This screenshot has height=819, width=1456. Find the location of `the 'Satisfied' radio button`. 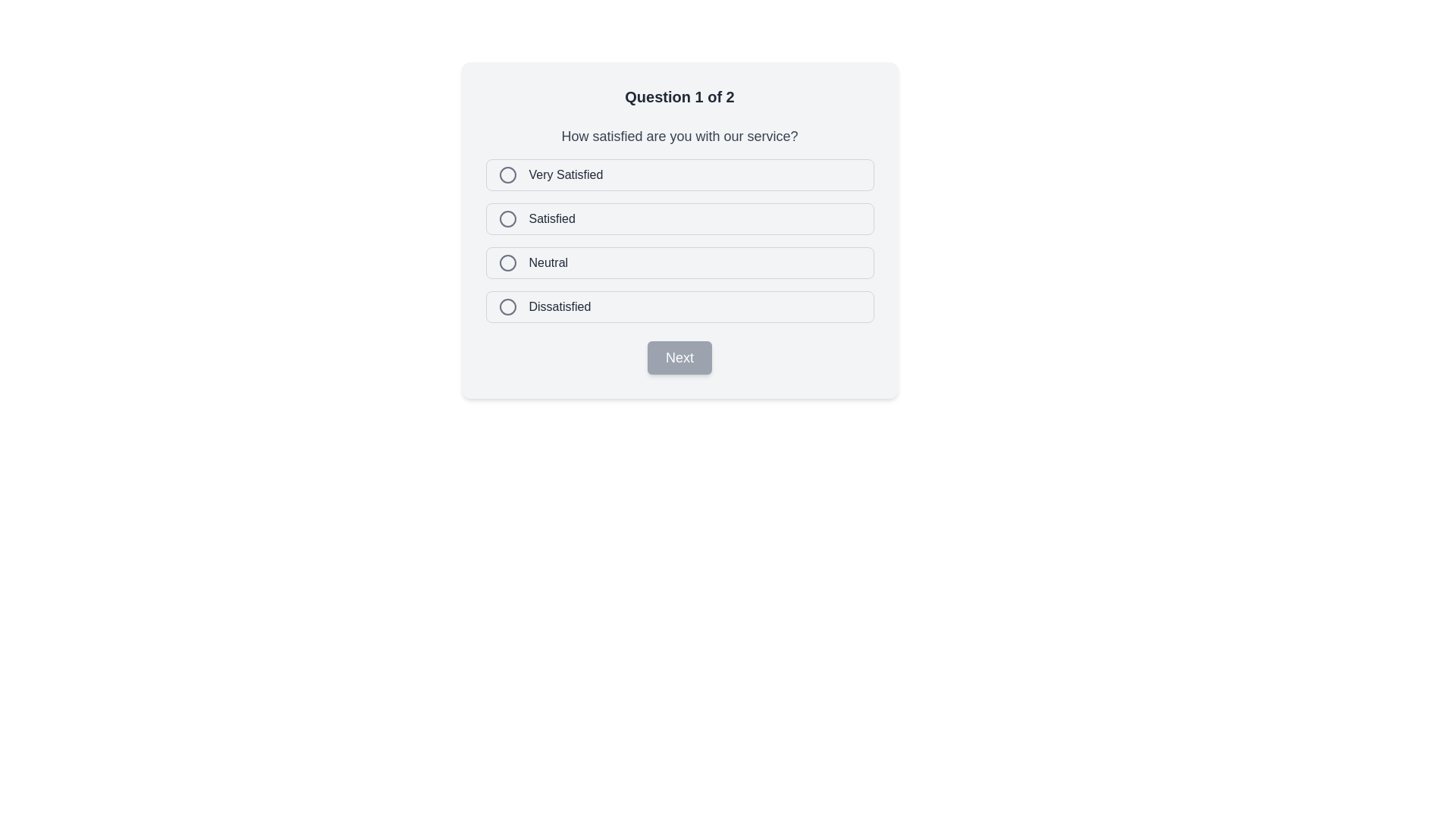

the 'Satisfied' radio button is located at coordinates (679, 219).